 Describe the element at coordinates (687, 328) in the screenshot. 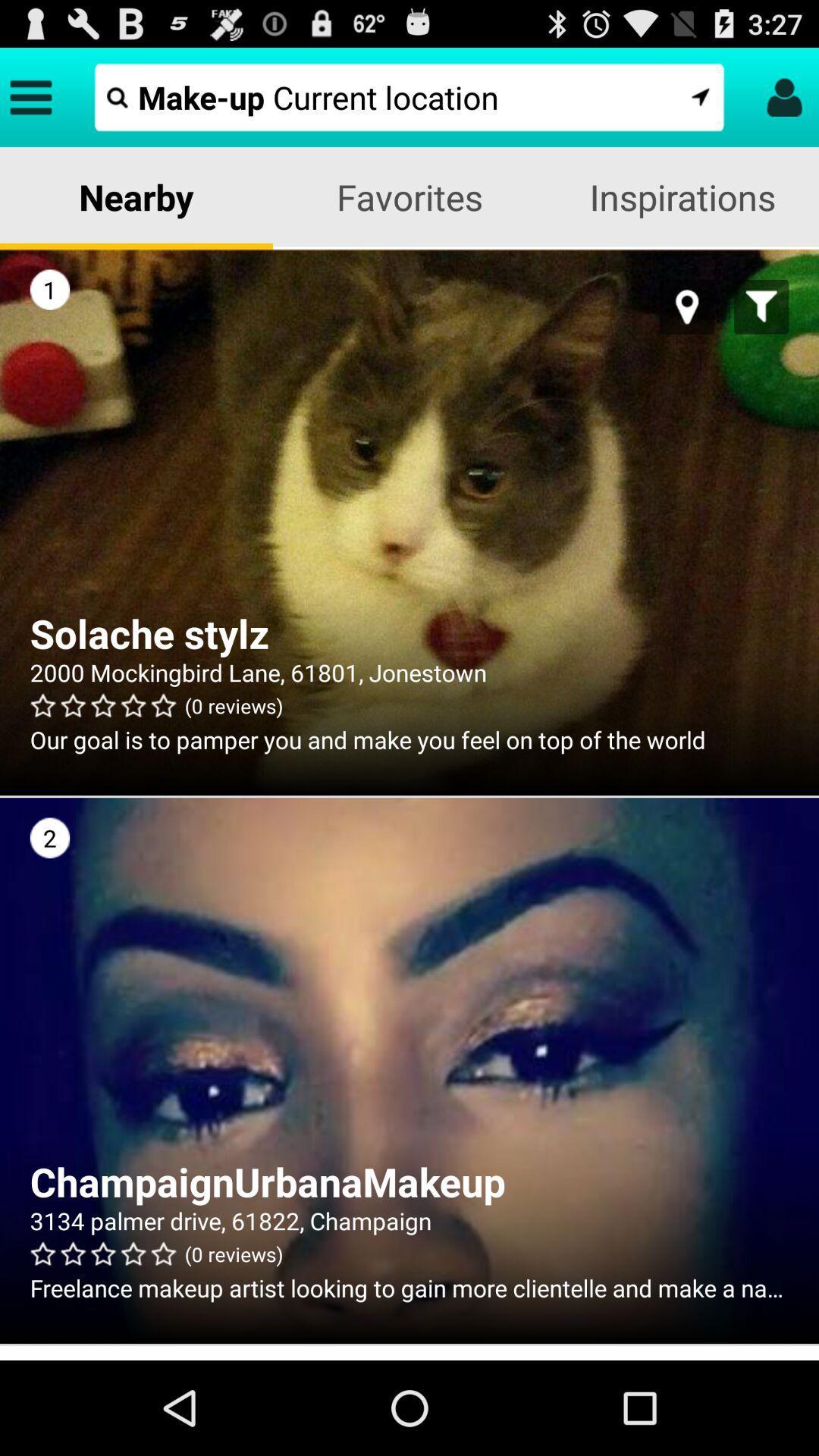

I see `the location icon` at that location.